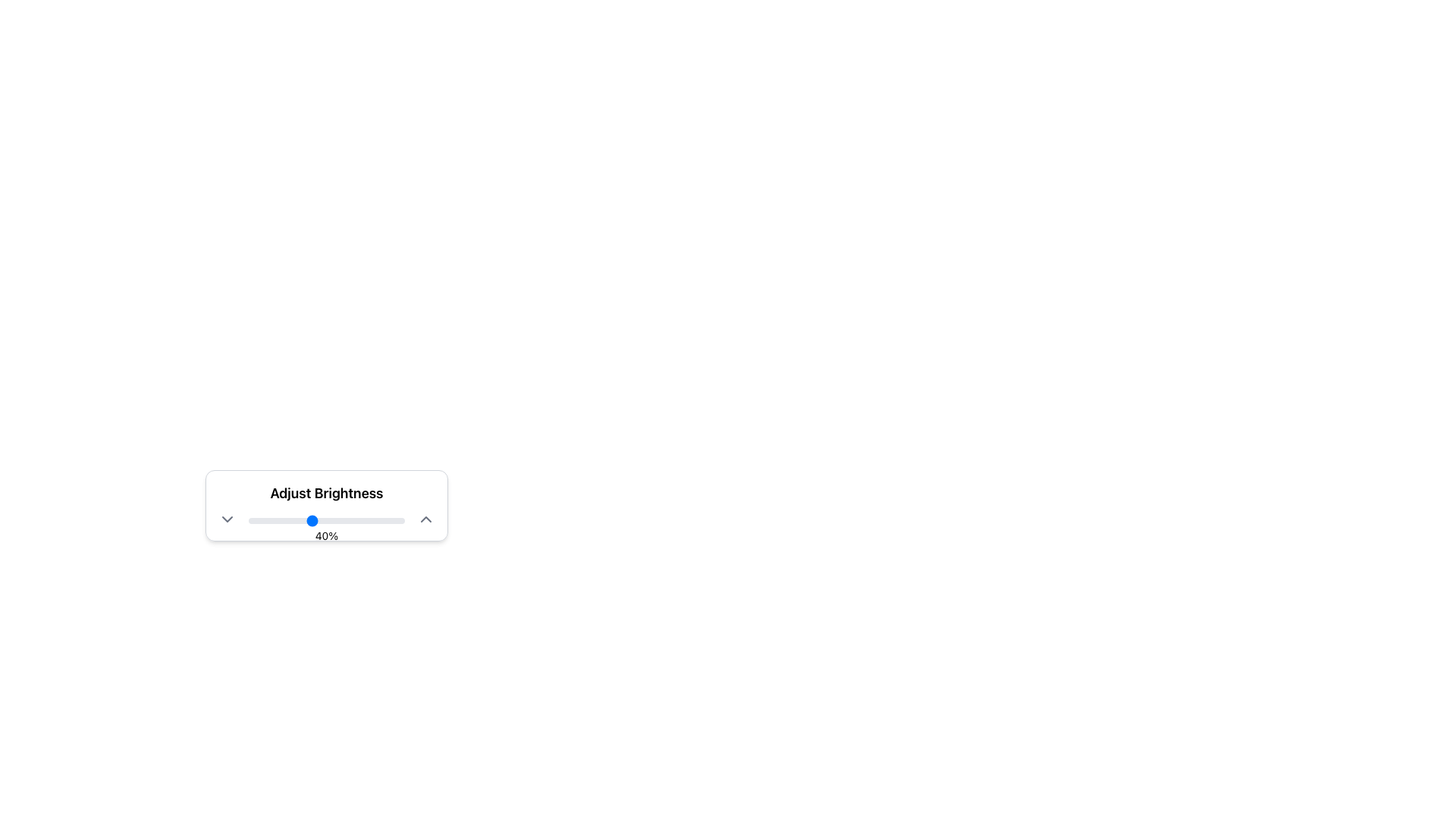 Image resolution: width=1456 pixels, height=819 pixels. What do you see at coordinates (267, 519) in the screenshot?
I see `the brightness` at bounding box center [267, 519].